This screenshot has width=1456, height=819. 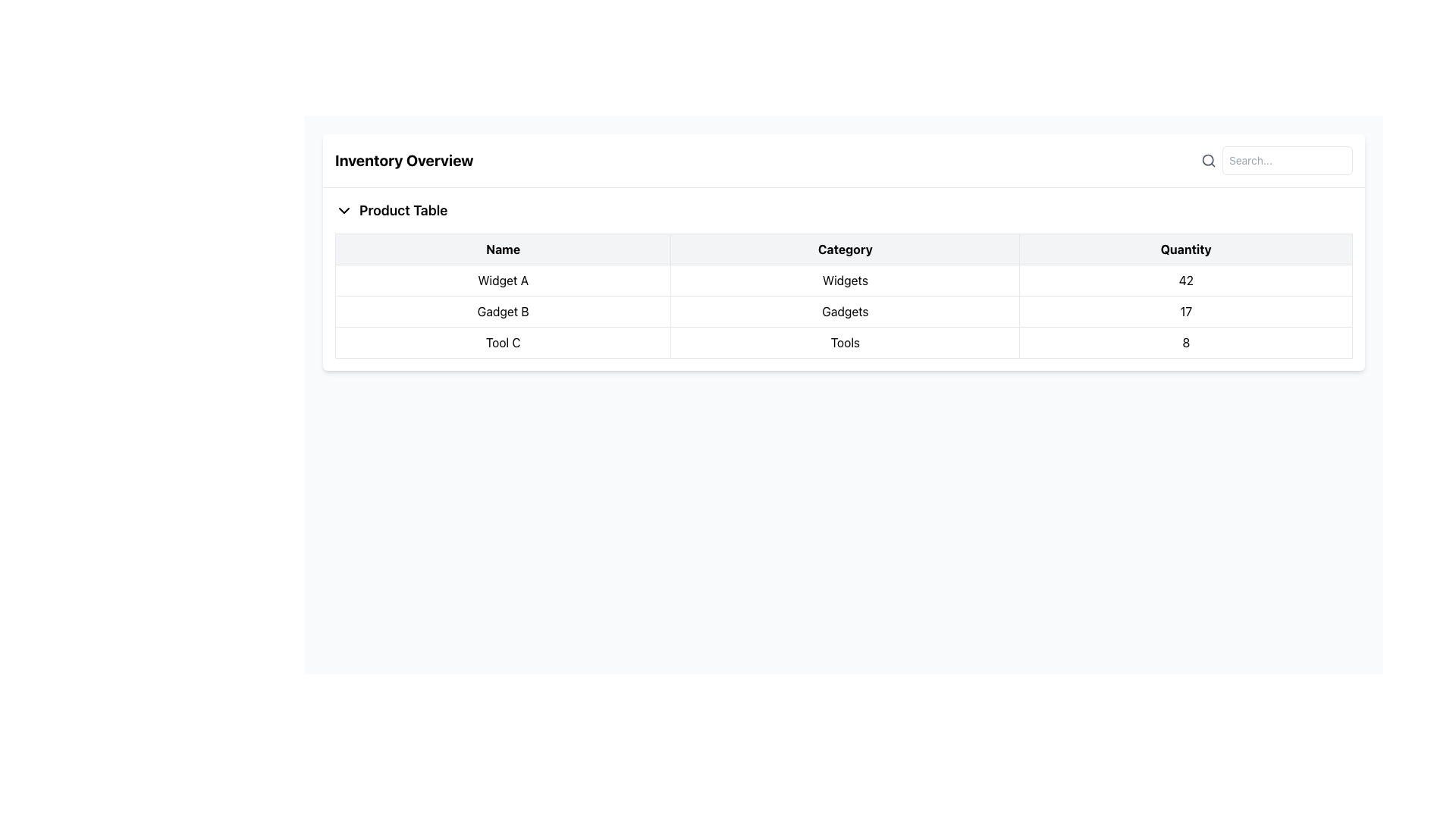 I want to click on the static text label that serves as a title for the section, located centrally below the 'Inventory Overview' header and adjacent to a chevron icon, so click(x=403, y=210).